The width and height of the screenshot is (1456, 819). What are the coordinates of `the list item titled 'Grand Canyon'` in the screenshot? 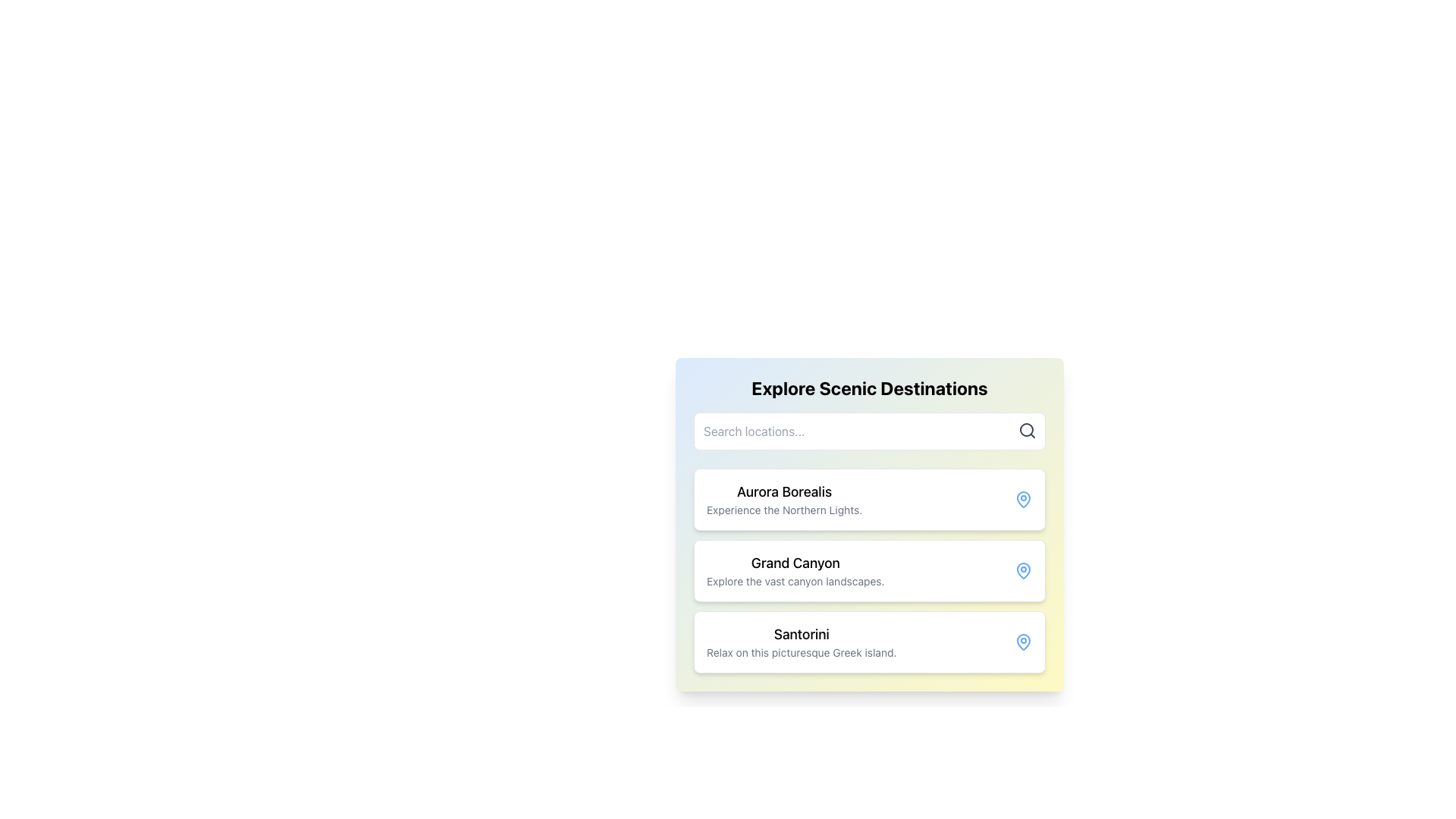 It's located at (795, 570).